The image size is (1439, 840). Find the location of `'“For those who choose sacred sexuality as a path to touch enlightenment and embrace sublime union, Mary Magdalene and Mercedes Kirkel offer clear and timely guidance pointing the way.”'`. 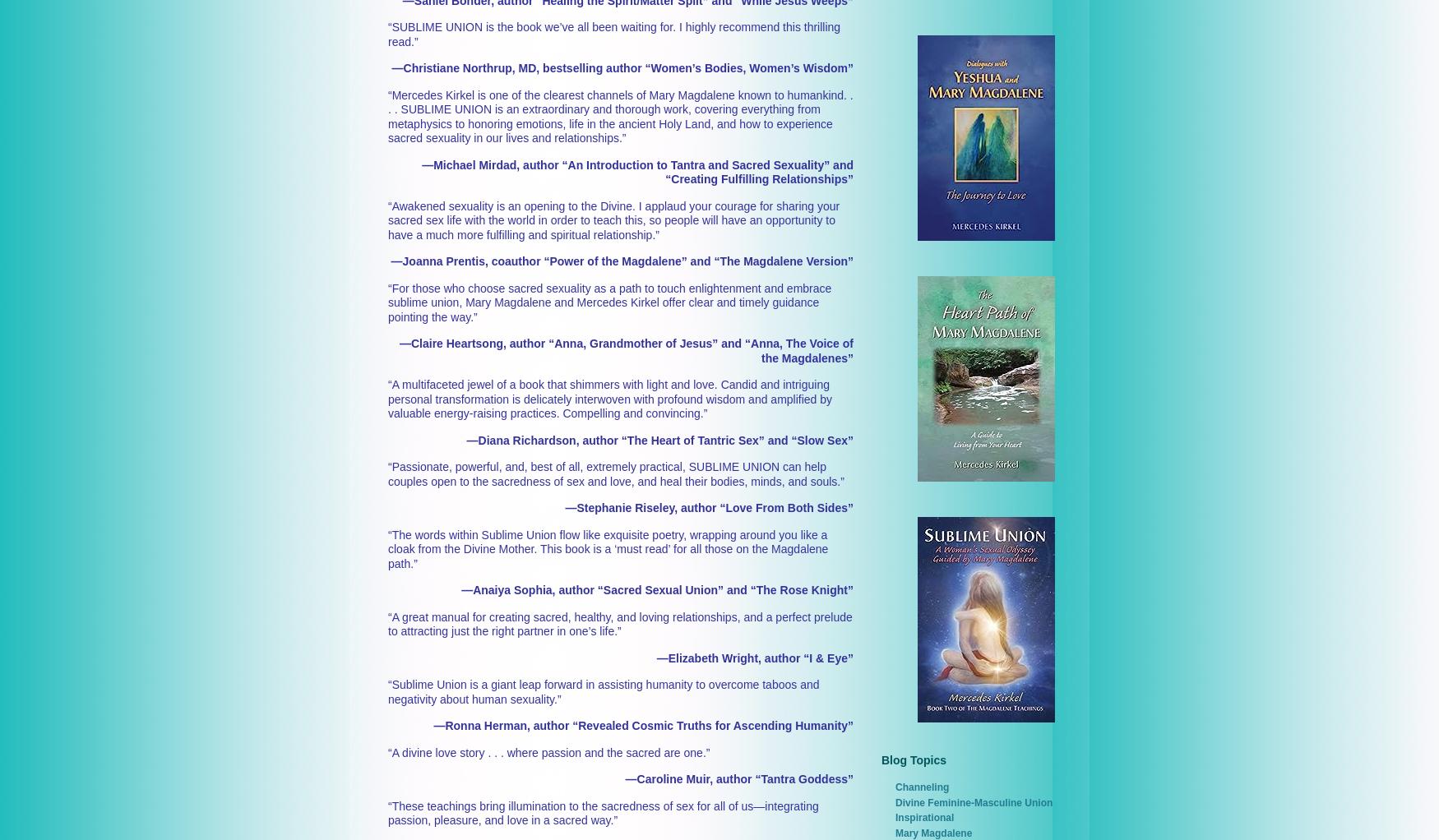

'“For those who choose sacred sexuality as a path to touch enlightenment and embrace sublime union, Mary Magdalene and Mercedes Kirkel offer clear and timely guidance pointing the way.”' is located at coordinates (609, 301).